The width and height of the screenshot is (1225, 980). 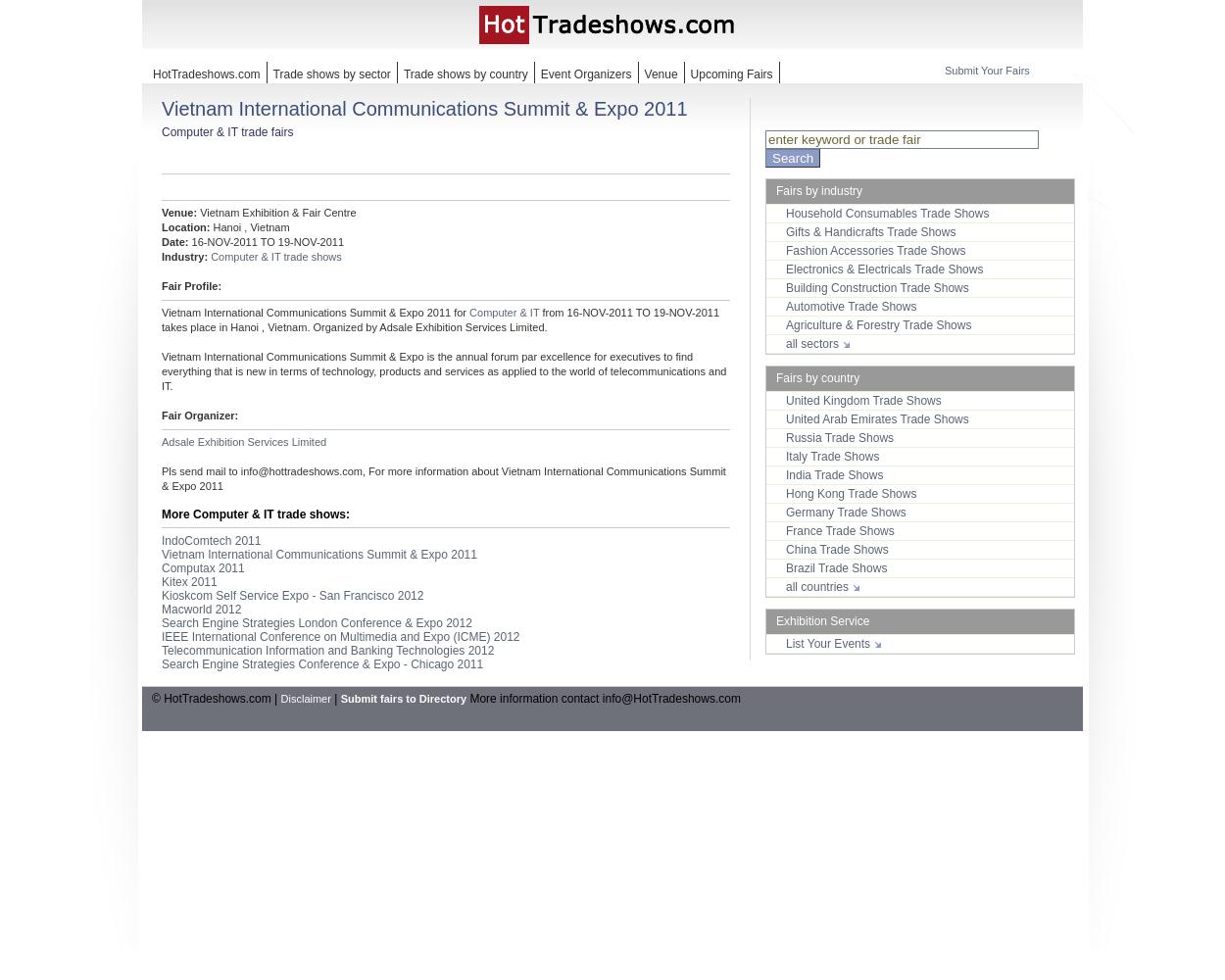 What do you see at coordinates (184, 257) in the screenshot?
I see `'Industry:'` at bounding box center [184, 257].